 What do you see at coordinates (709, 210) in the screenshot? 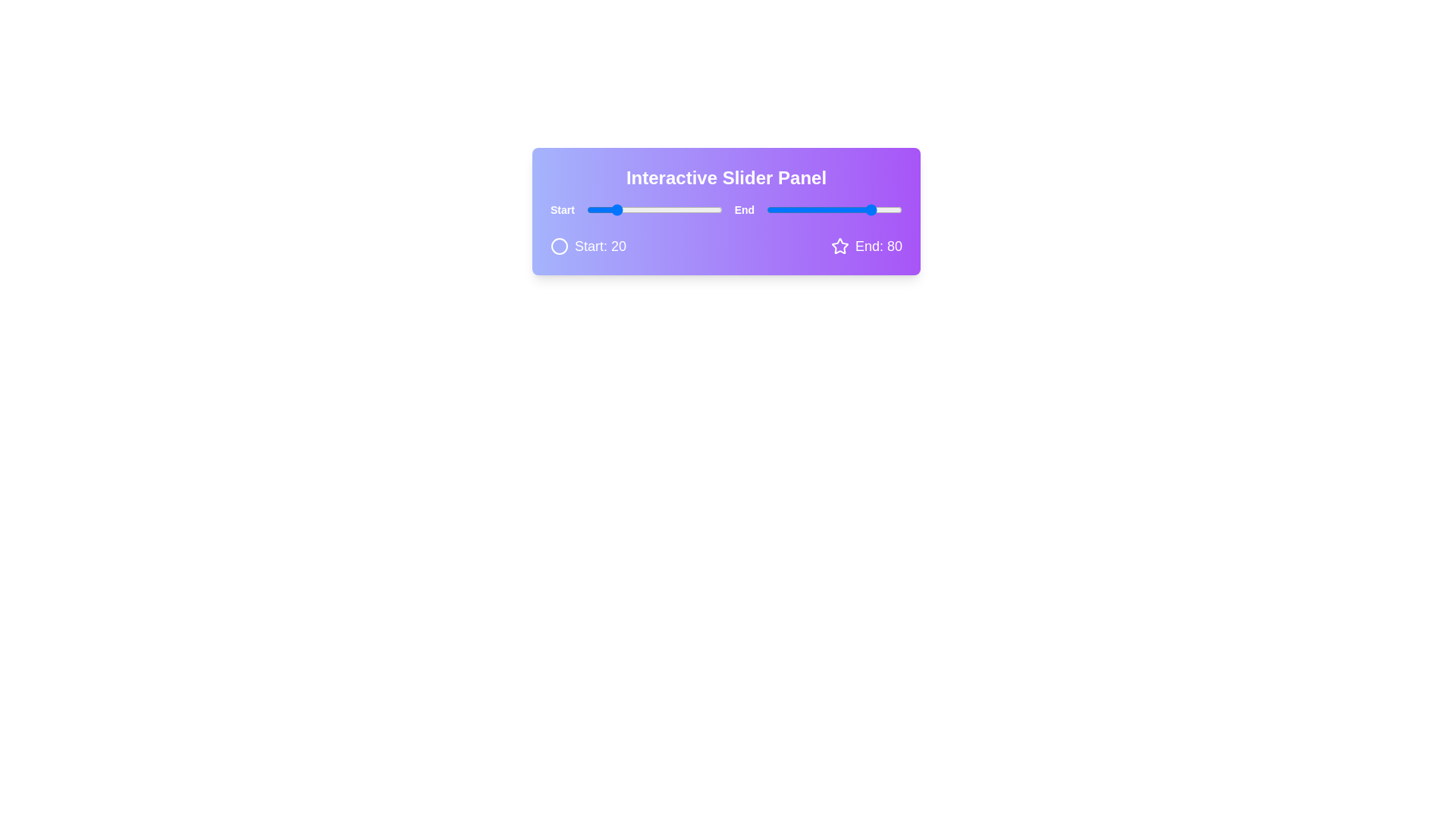
I see `slider value` at bounding box center [709, 210].